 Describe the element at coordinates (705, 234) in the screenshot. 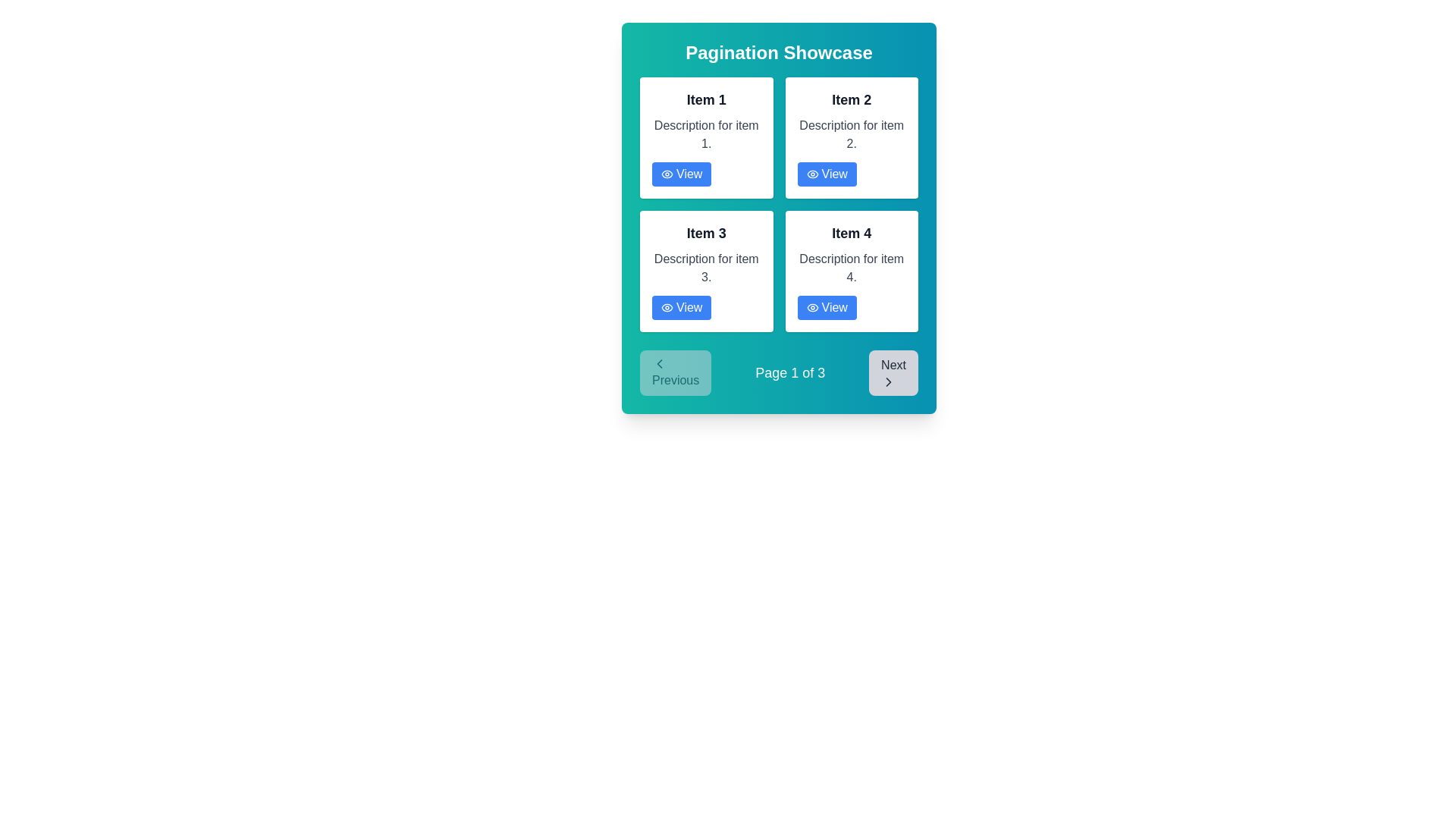

I see `the title or heading Text Label of the third card in the grid layout located in the lower-left quadrant` at that location.